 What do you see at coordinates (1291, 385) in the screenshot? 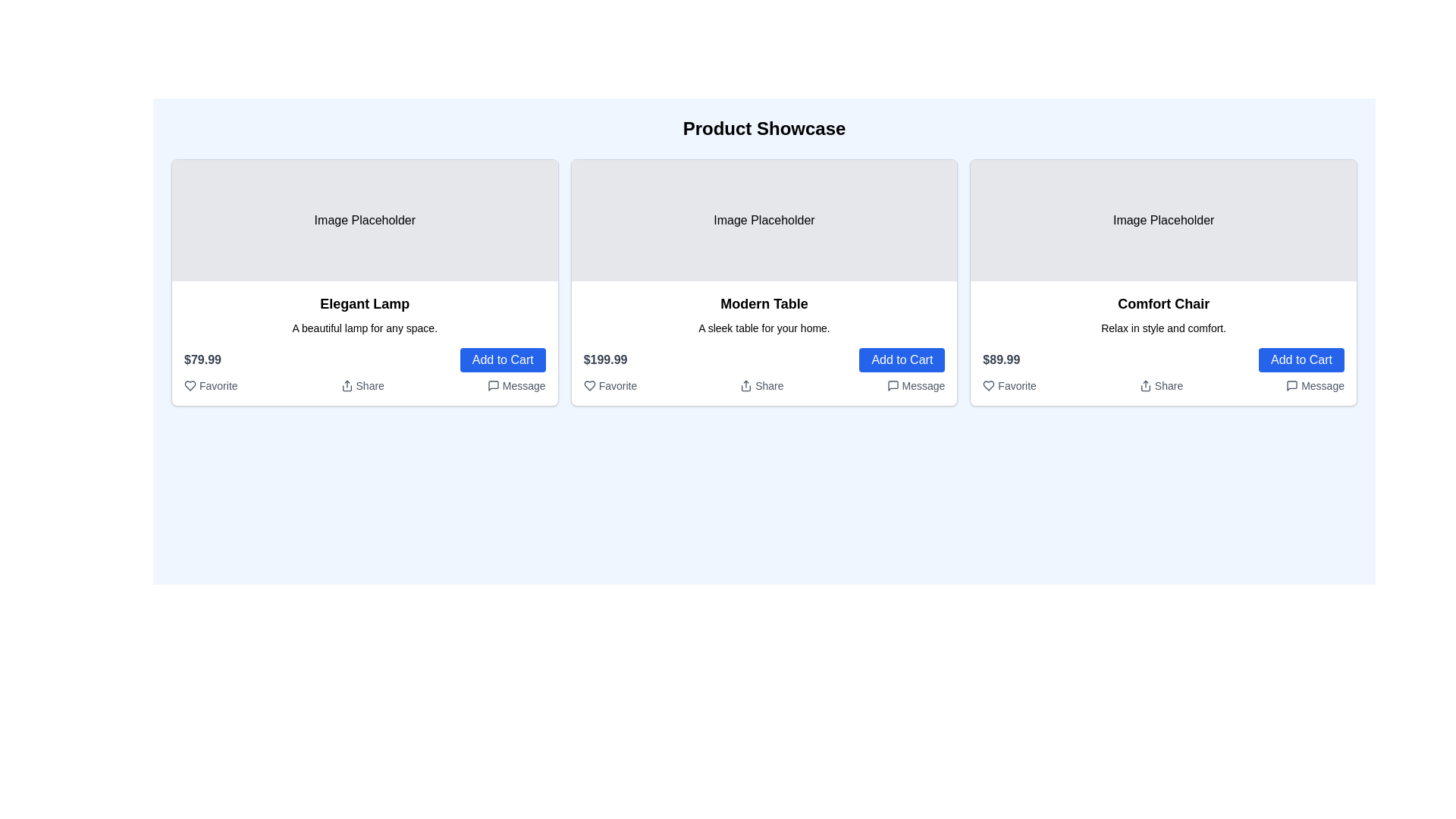
I see `the message bubble icon button located at the bottom right of the 'Comfort Chair' product card` at bounding box center [1291, 385].